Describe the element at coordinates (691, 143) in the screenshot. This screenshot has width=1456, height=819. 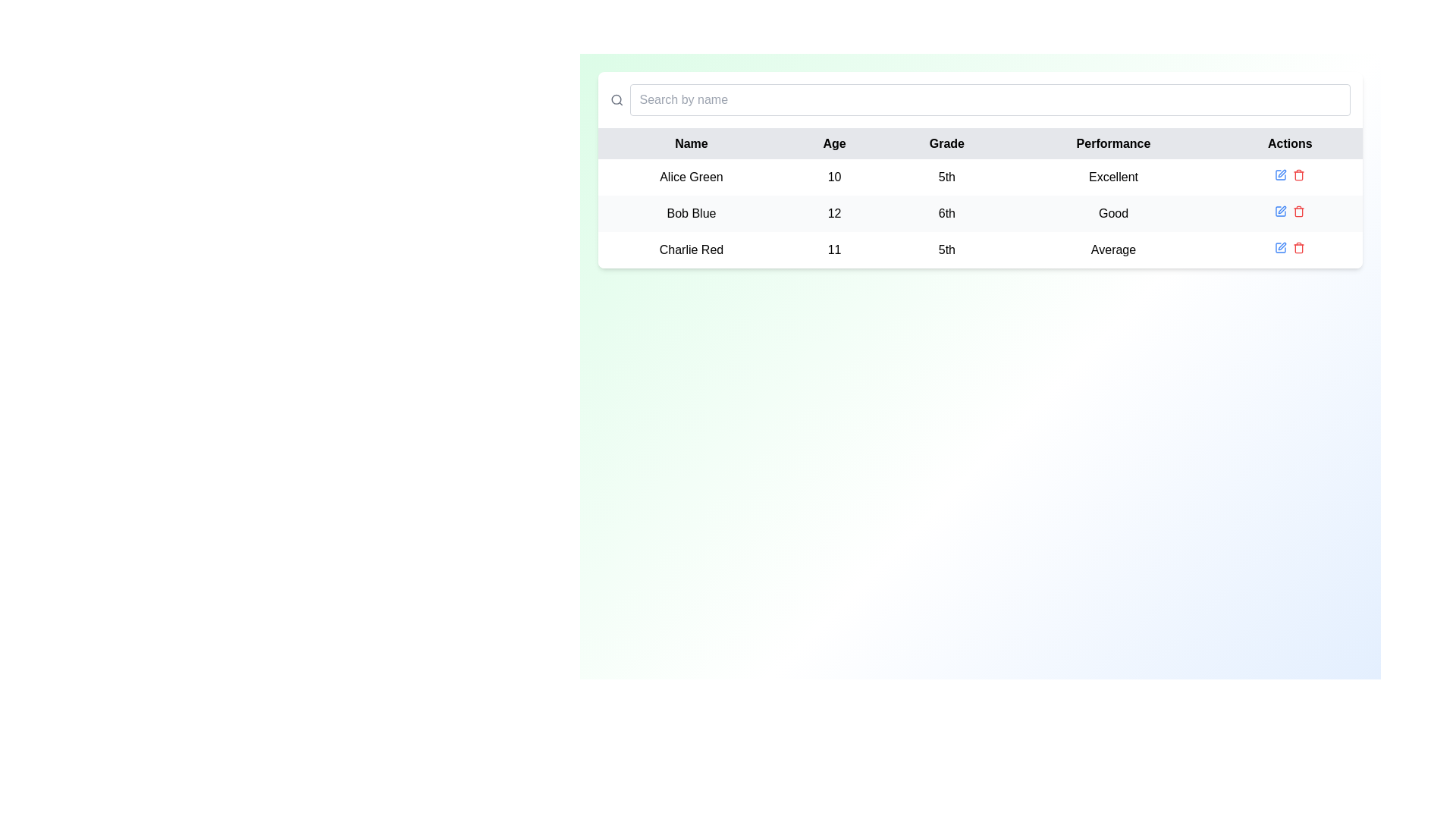
I see `the 'Name' column header label in the table, which is the first element among its siblings and located in the upper-left portion of the table layout` at that location.